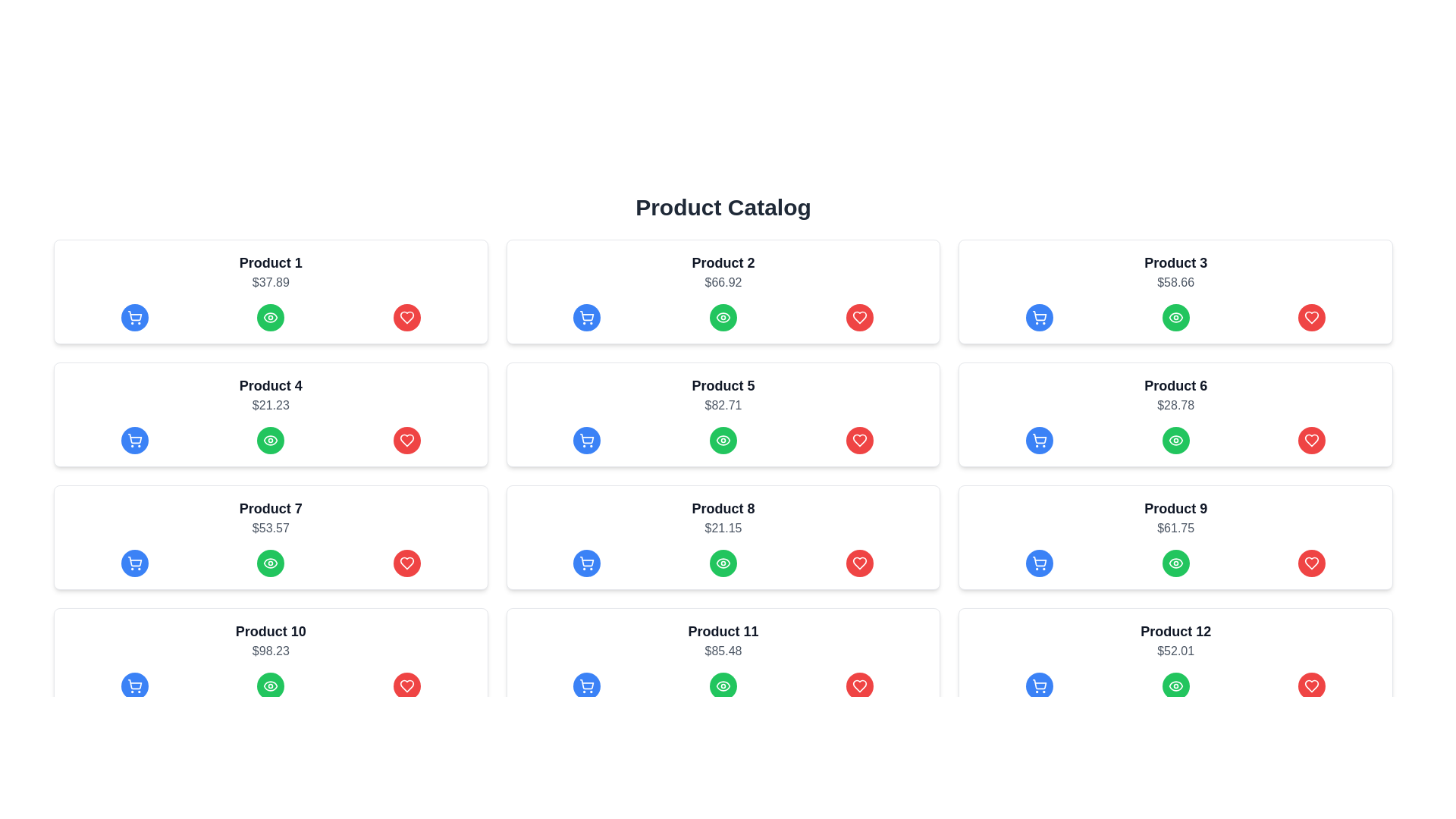 This screenshot has width=1456, height=819. I want to click on the blue circular button with a white shopping cart icon, so click(134, 441).